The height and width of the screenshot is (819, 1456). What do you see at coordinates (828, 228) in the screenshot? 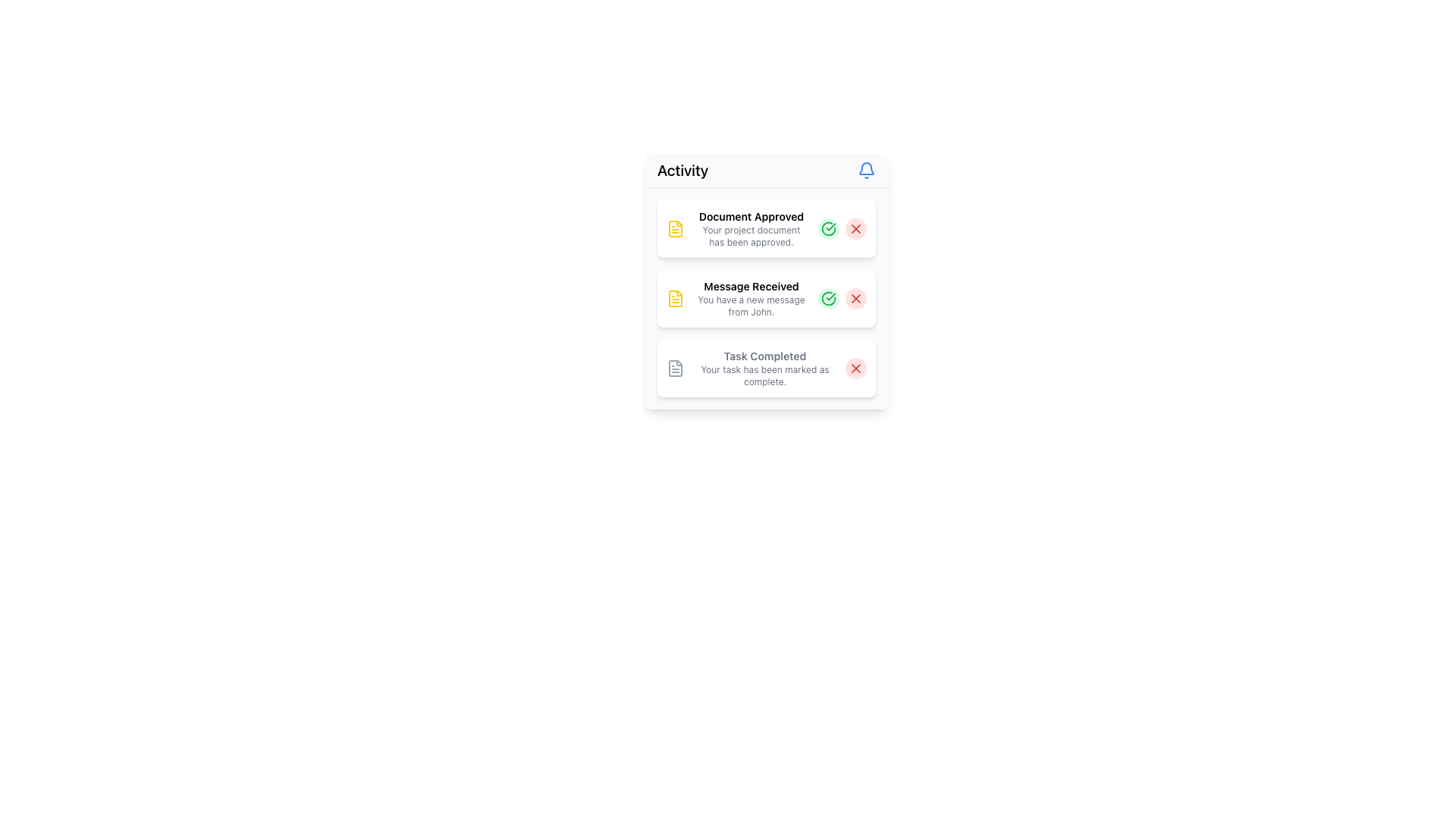
I see `the green circular Success Indicator Icon with a checkmark, located in the 'Activity' section next to the 'Document Approved' message` at bounding box center [828, 228].